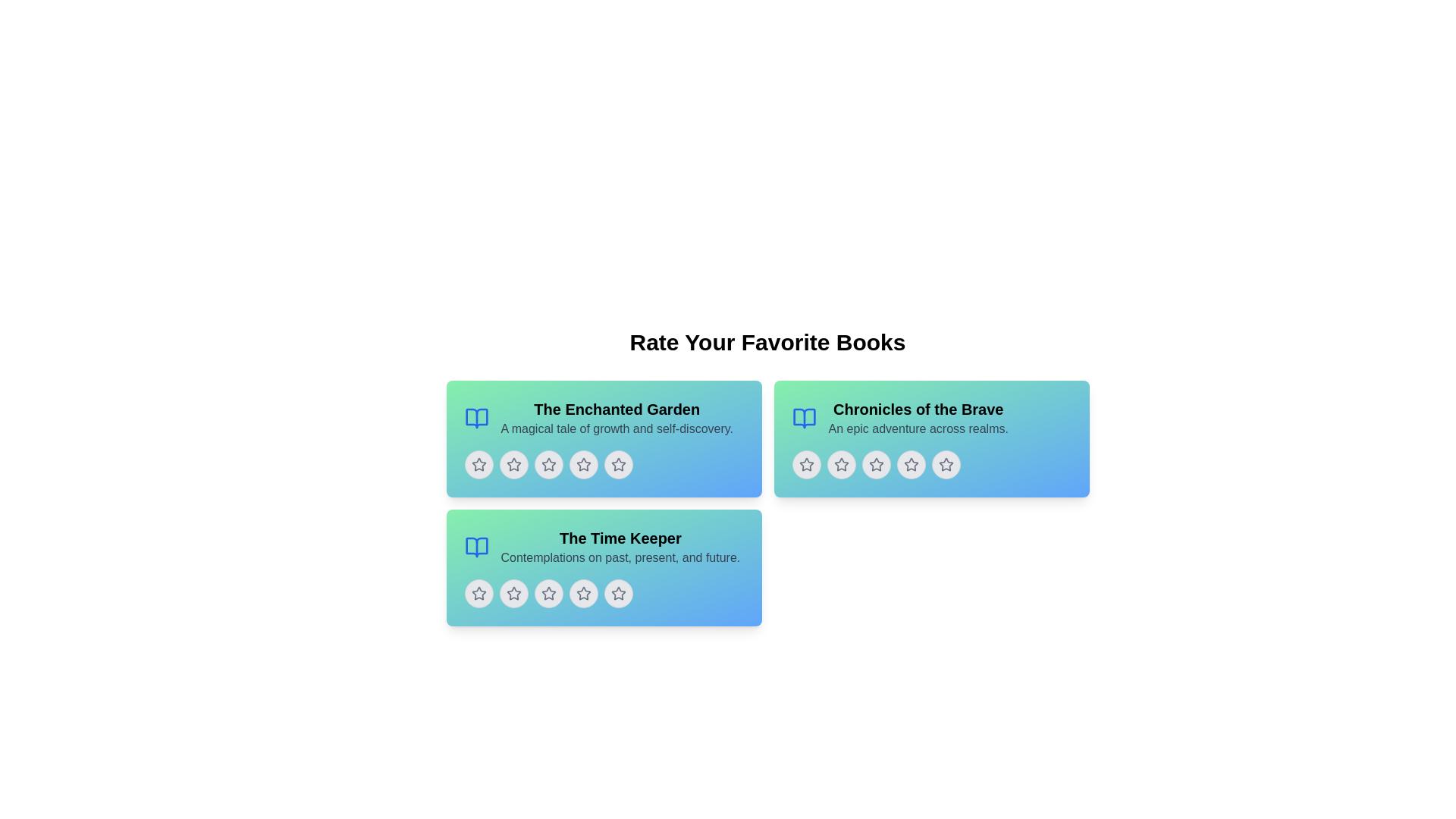 The height and width of the screenshot is (819, 1456). What do you see at coordinates (603, 464) in the screenshot?
I see `the fifth interactive star rating button to assign a rating of five stars to the book 'The Enchanted Garden'` at bounding box center [603, 464].